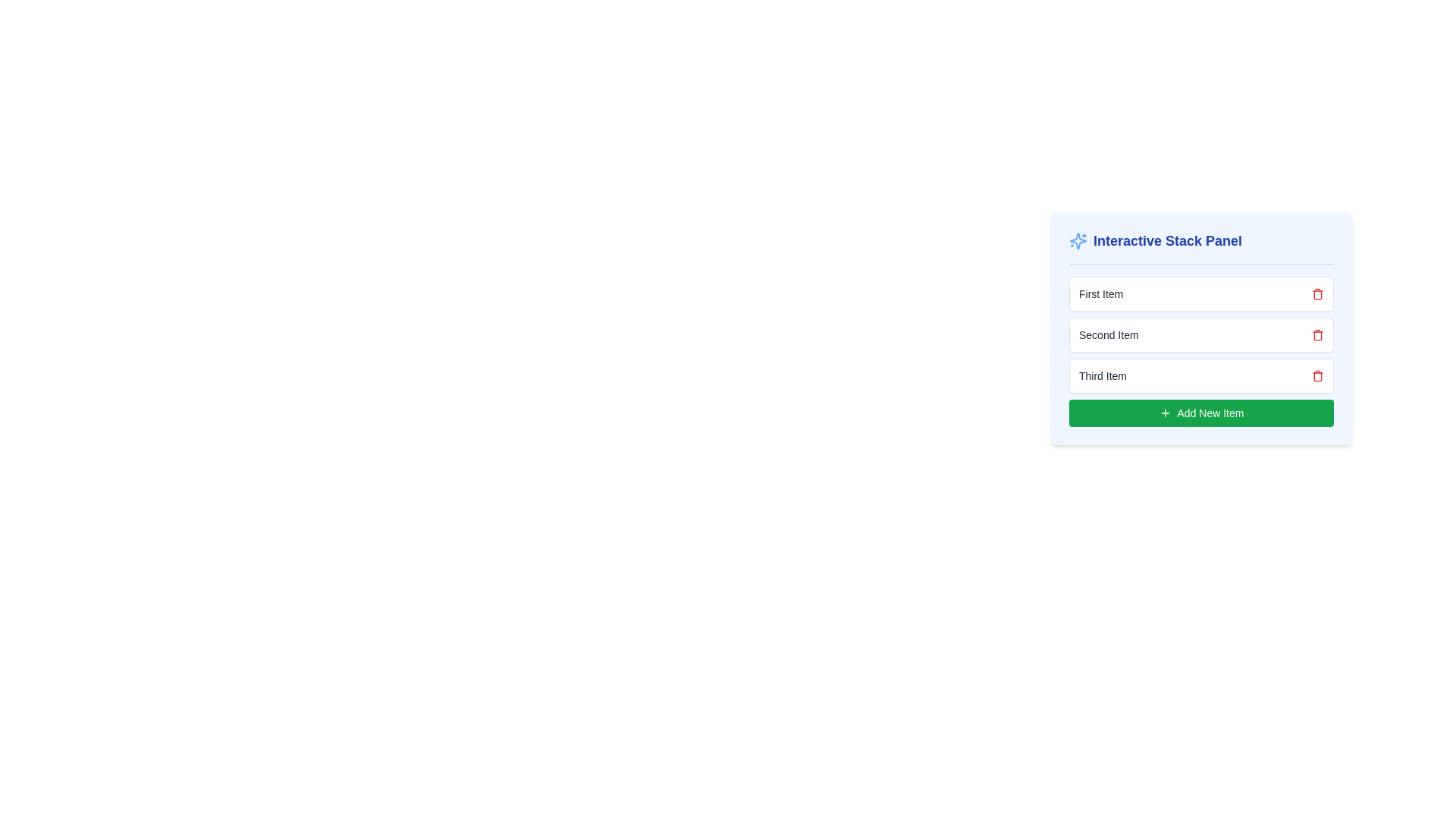  What do you see at coordinates (1200, 413) in the screenshot?
I see `the green button labeled 'Add New Item' with a '+' icon` at bounding box center [1200, 413].